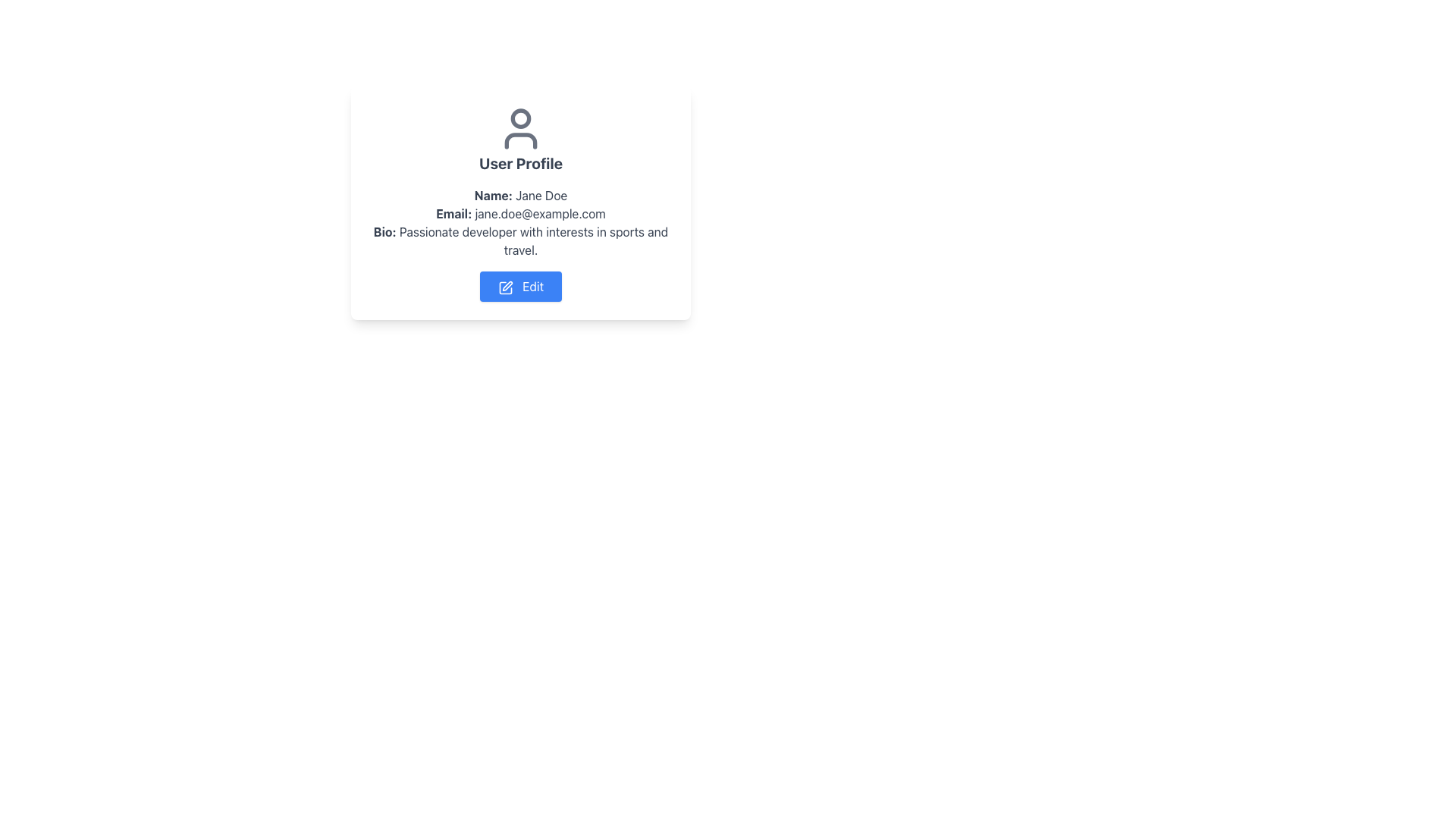 The width and height of the screenshot is (1456, 819). What do you see at coordinates (520, 213) in the screenshot?
I see `the Text Label displaying 'Email: jane.doe@example.com', which is centrally aligned and positioned below 'Name: Jane Doe'` at bounding box center [520, 213].